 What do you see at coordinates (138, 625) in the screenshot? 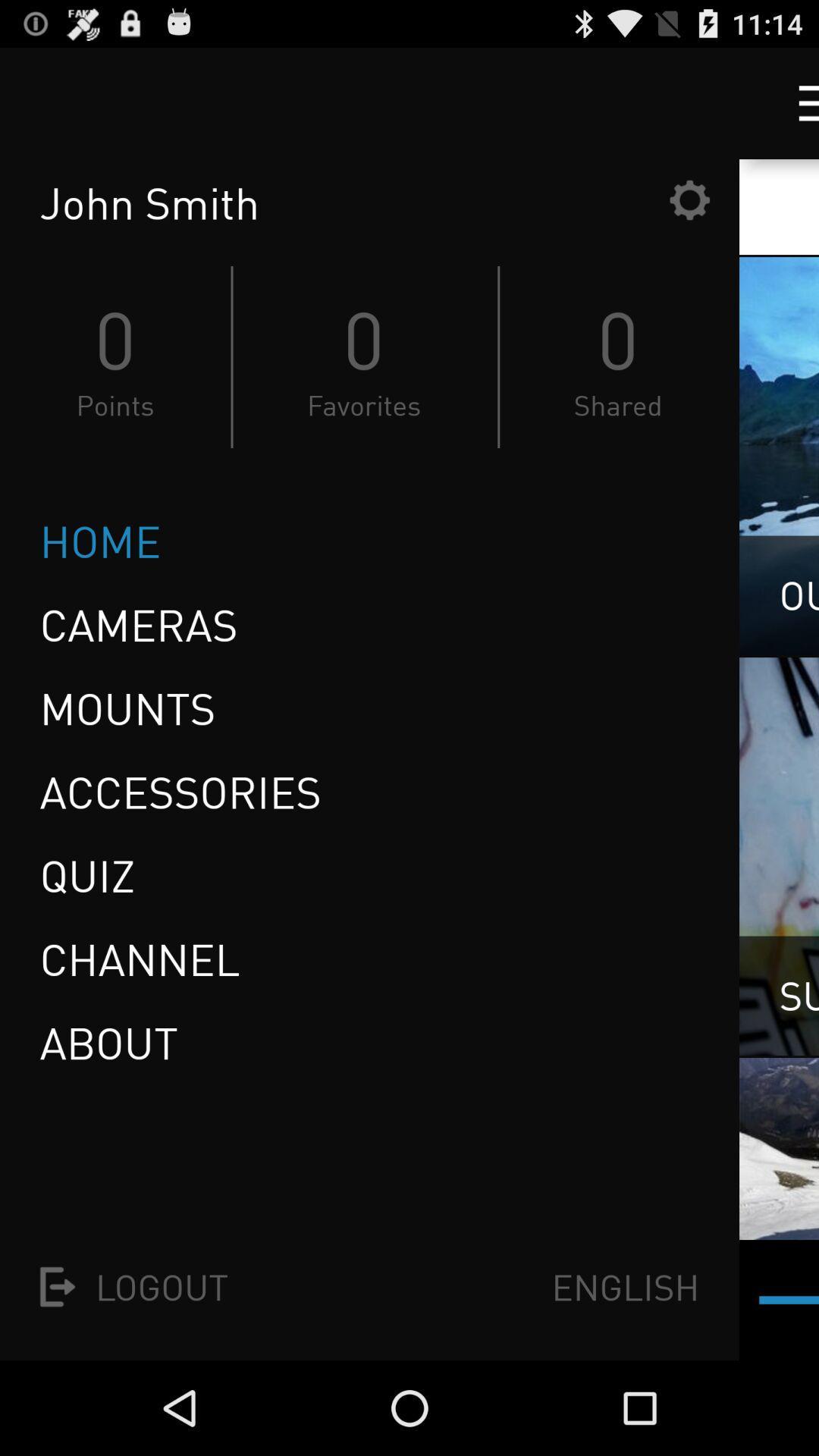
I see `cameras item` at bounding box center [138, 625].